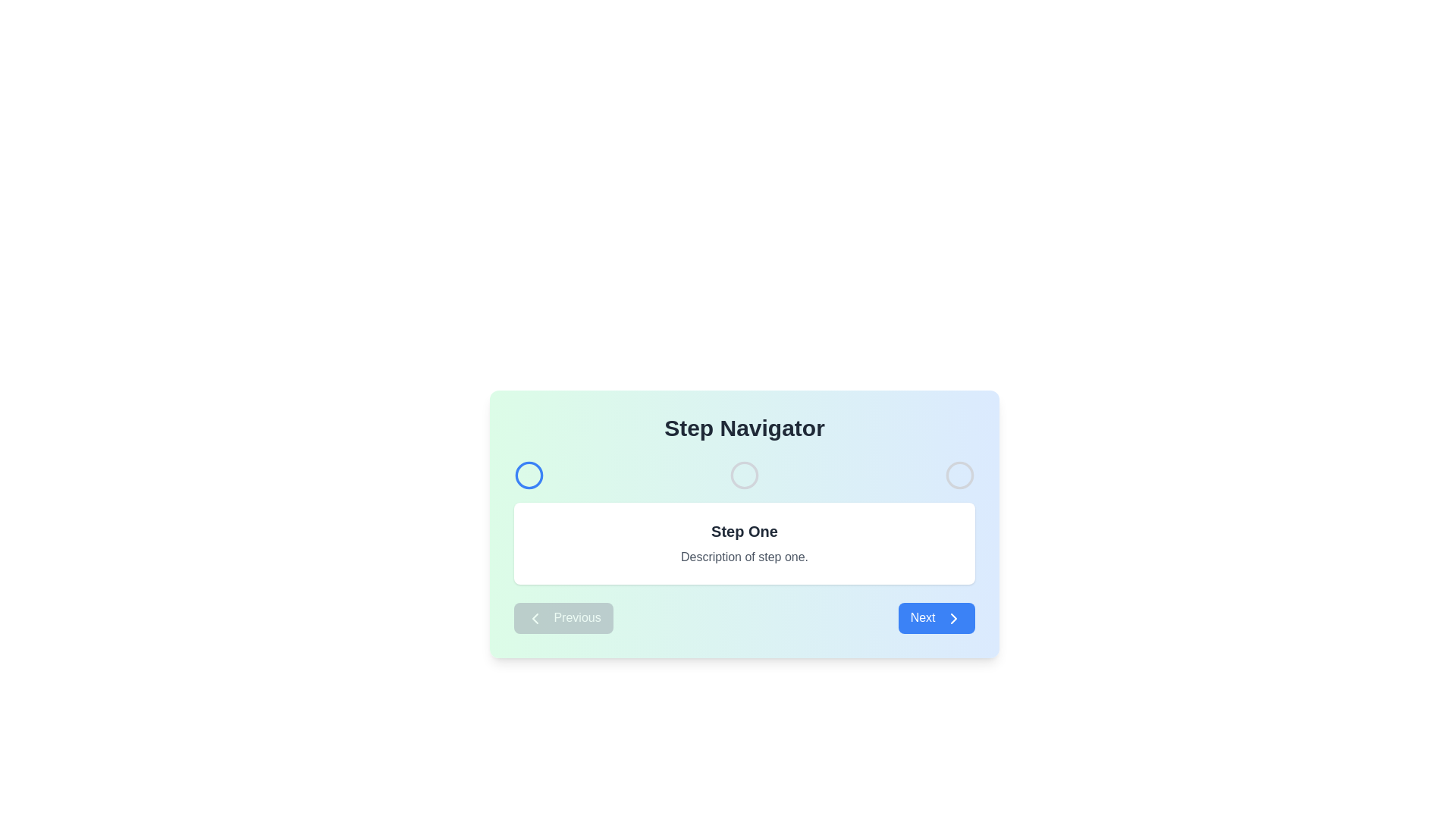 The width and height of the screenshot is (1456, 819). I want to click on the status of the central circular step indicator in the Step Navigator, which is positioned between the left blue-outlined circle and the right gray-outlined circle, so click(745, 475).